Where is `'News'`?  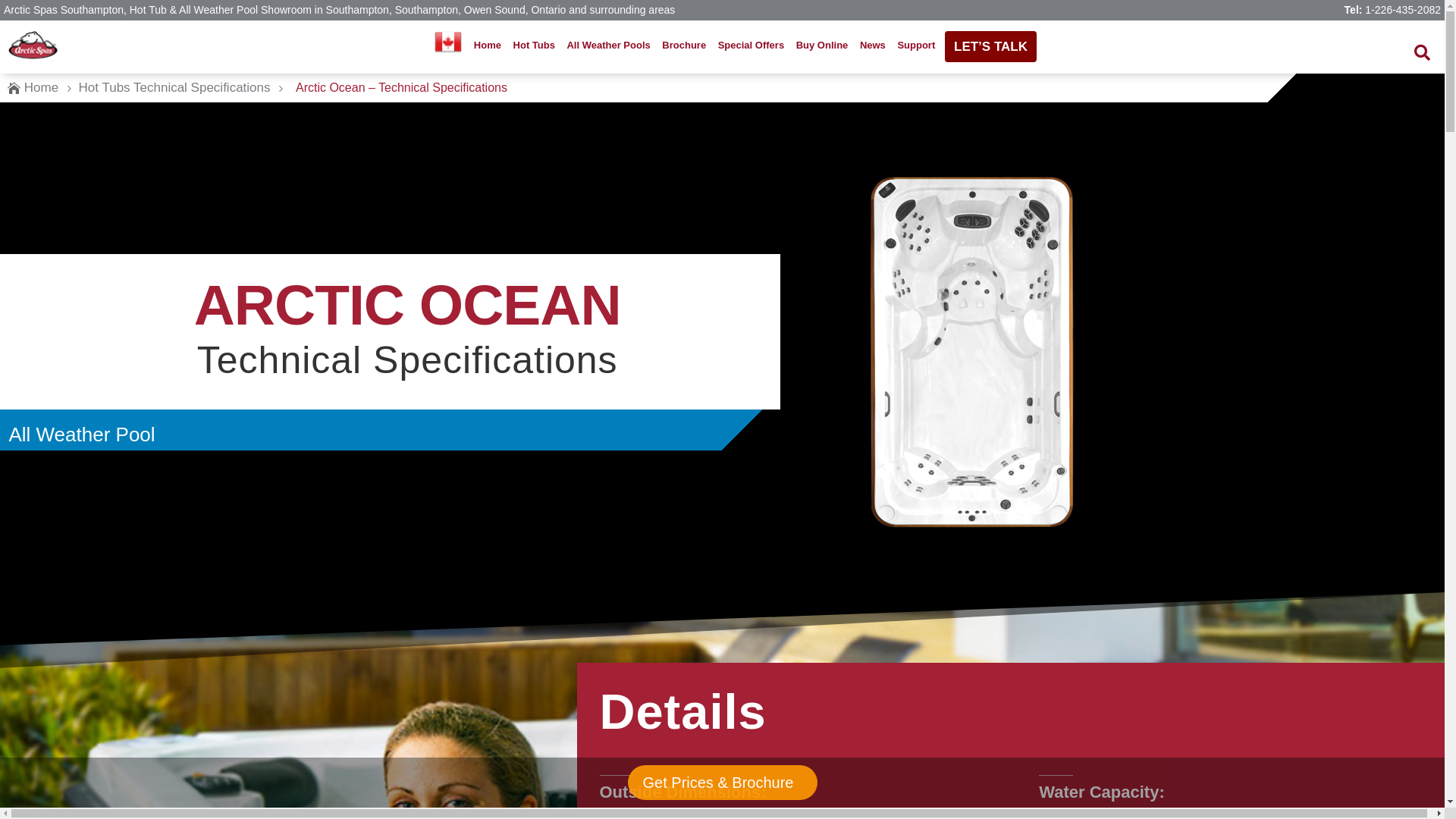 'News' is located at coordinates (873, 44).